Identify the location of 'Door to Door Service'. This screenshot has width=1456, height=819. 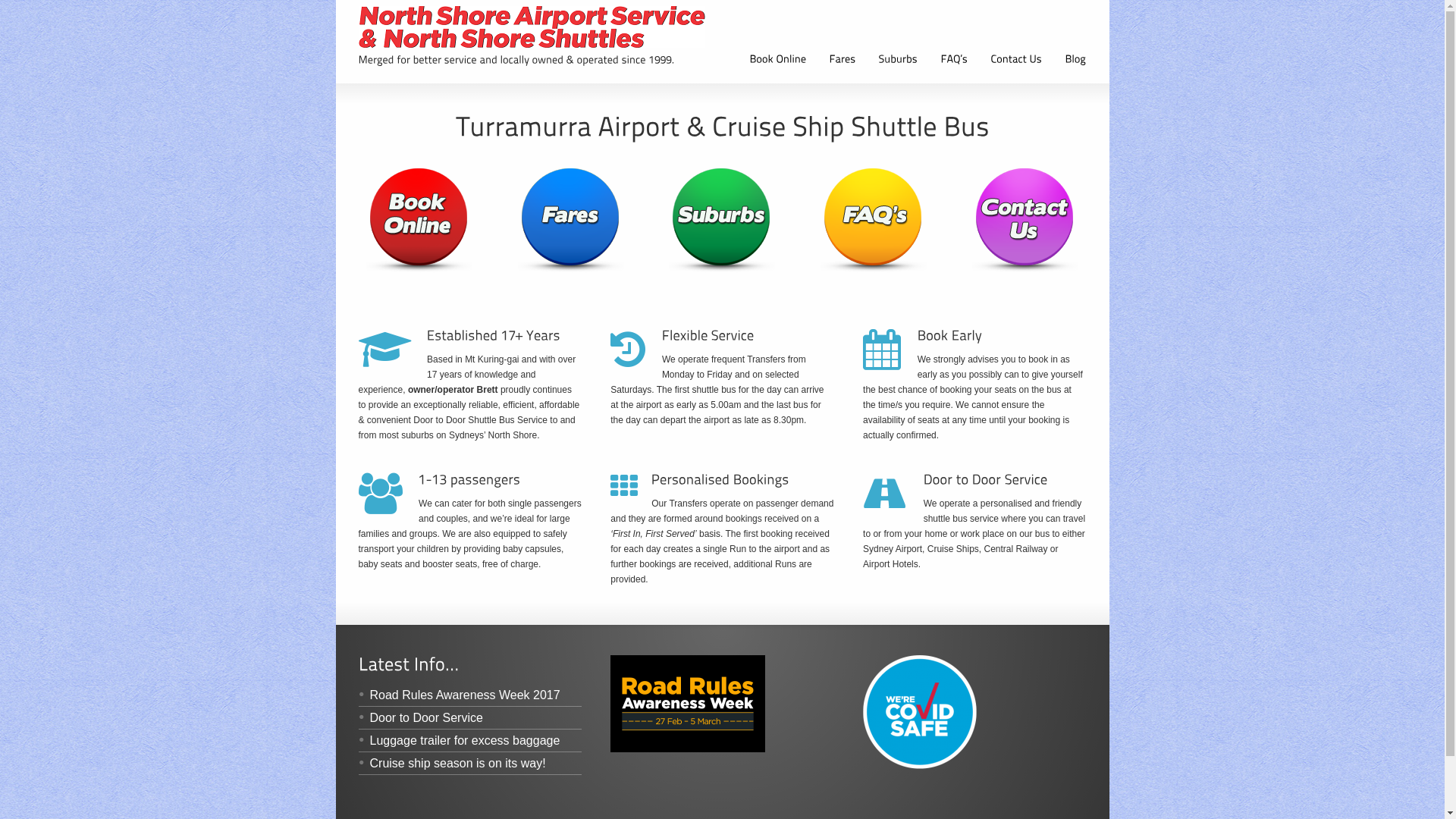
(419, 717).